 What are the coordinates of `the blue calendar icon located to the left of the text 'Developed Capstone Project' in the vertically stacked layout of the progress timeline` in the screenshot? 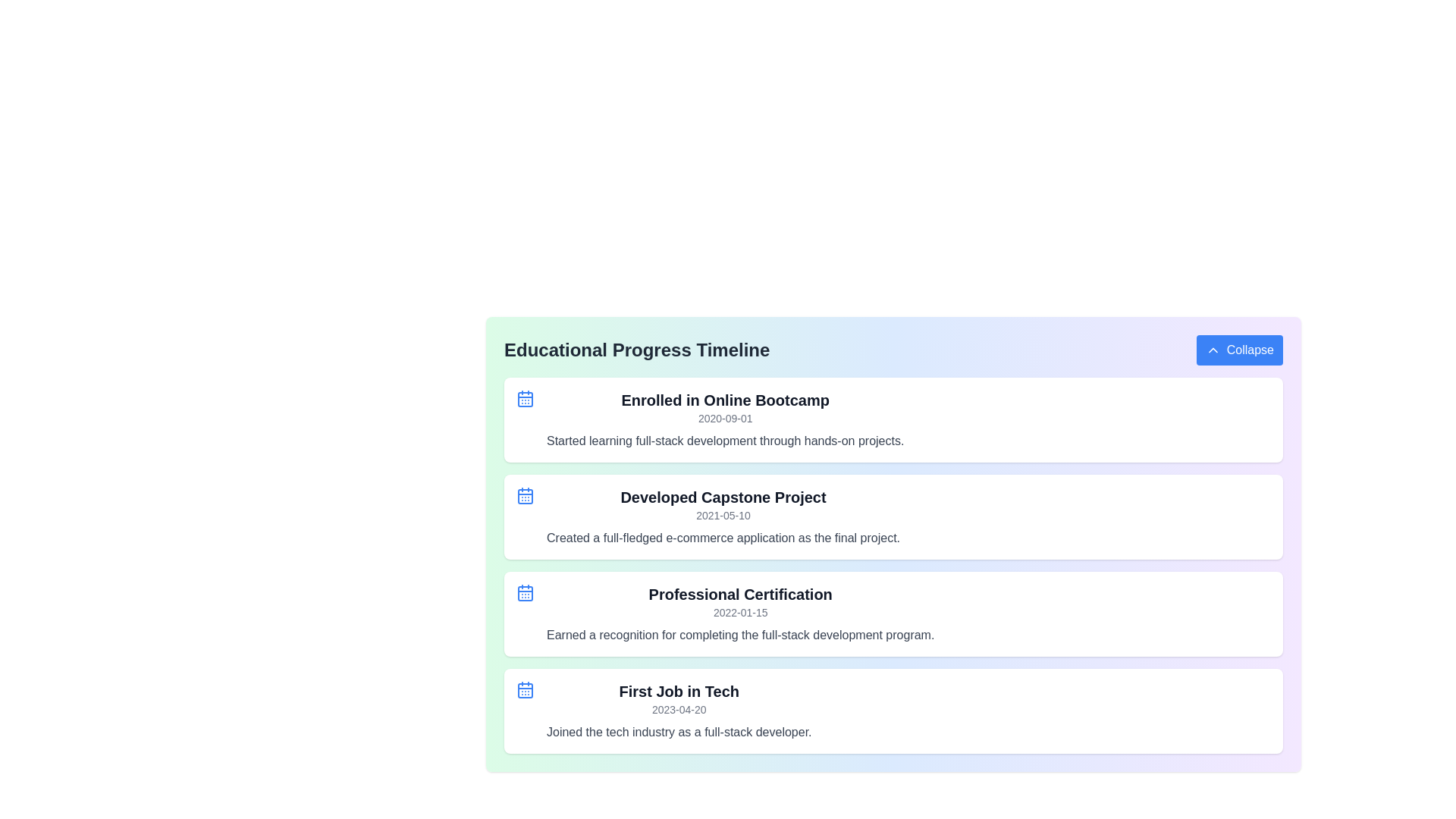 It's located at (525, 496).